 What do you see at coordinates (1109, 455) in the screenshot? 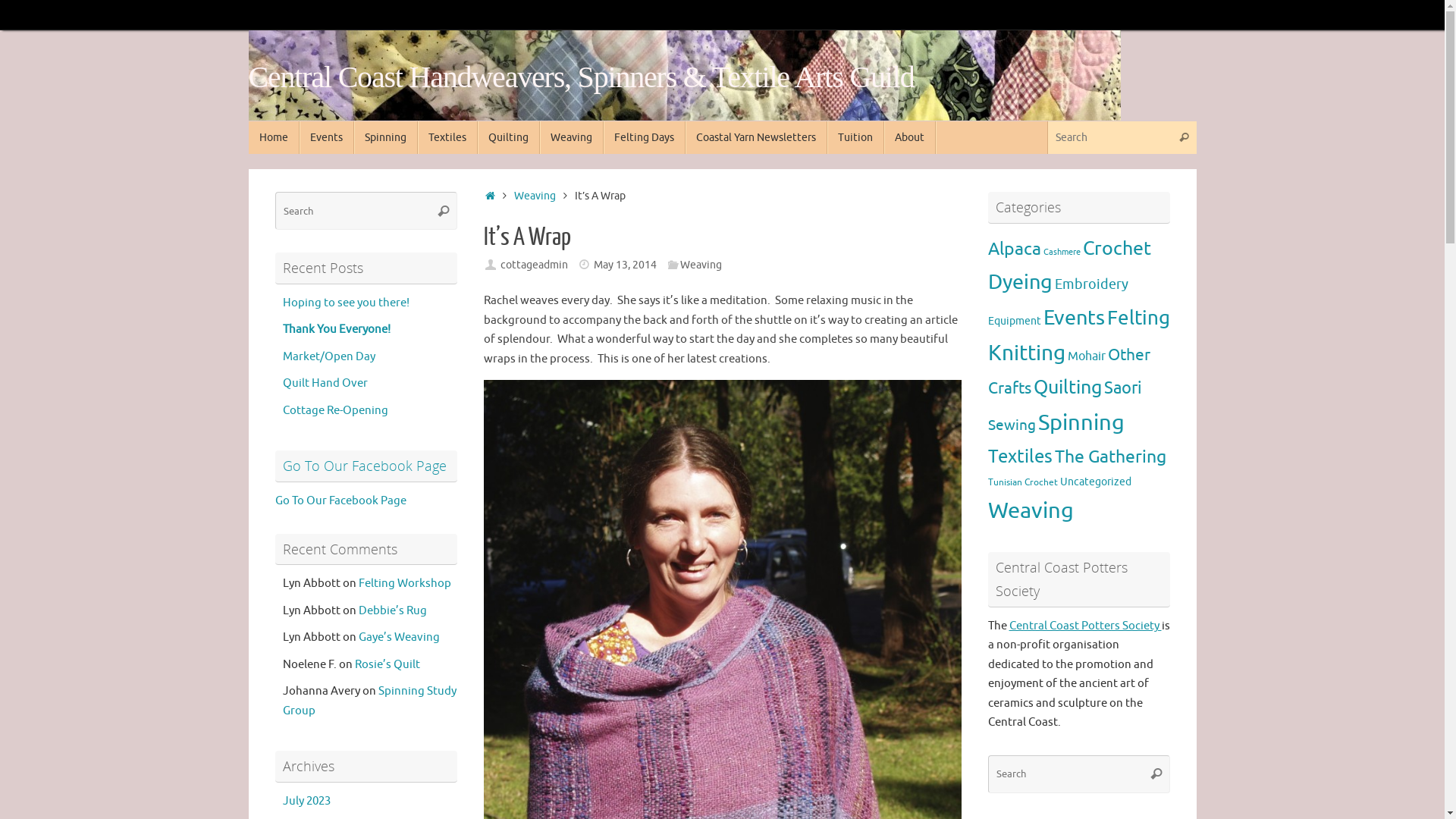
I see `'The Gathering'` at bounding box center [1109, 455].